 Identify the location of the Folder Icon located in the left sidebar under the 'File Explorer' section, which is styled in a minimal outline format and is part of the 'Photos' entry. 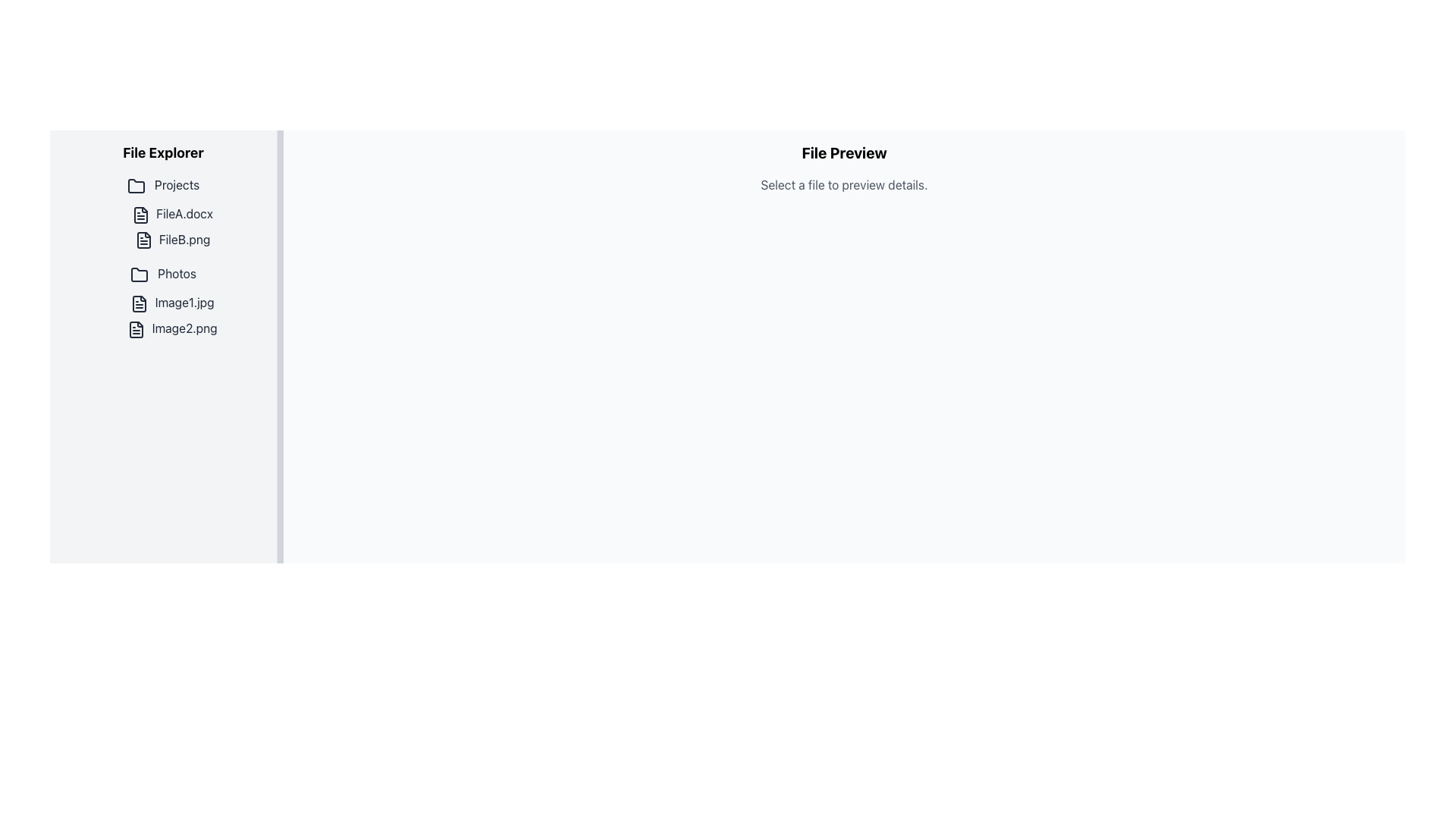
(140, 275).